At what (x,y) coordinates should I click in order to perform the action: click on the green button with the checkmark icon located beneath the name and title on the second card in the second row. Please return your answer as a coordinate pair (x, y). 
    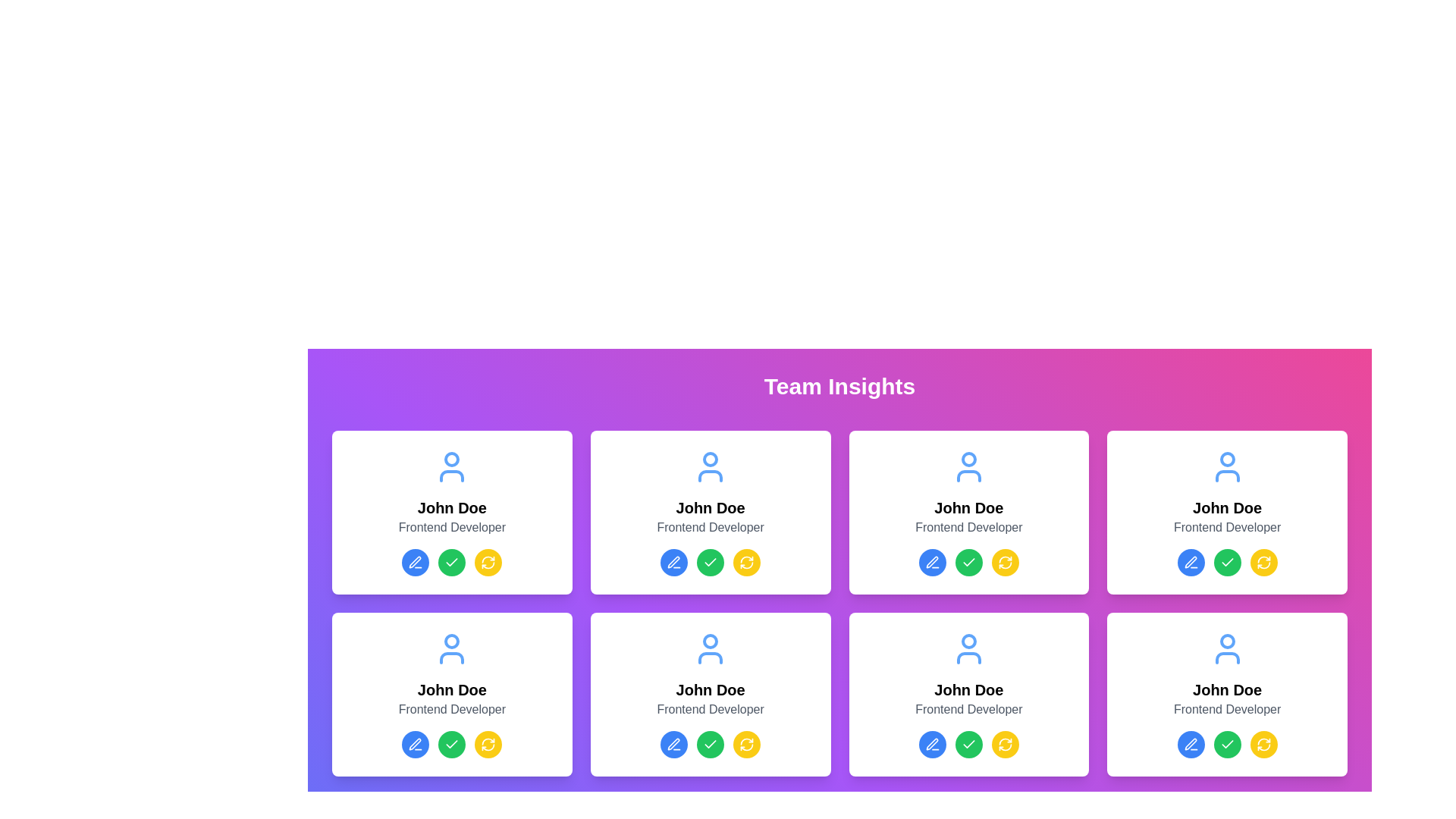
    Looking at the image, I should click on (710, 562).